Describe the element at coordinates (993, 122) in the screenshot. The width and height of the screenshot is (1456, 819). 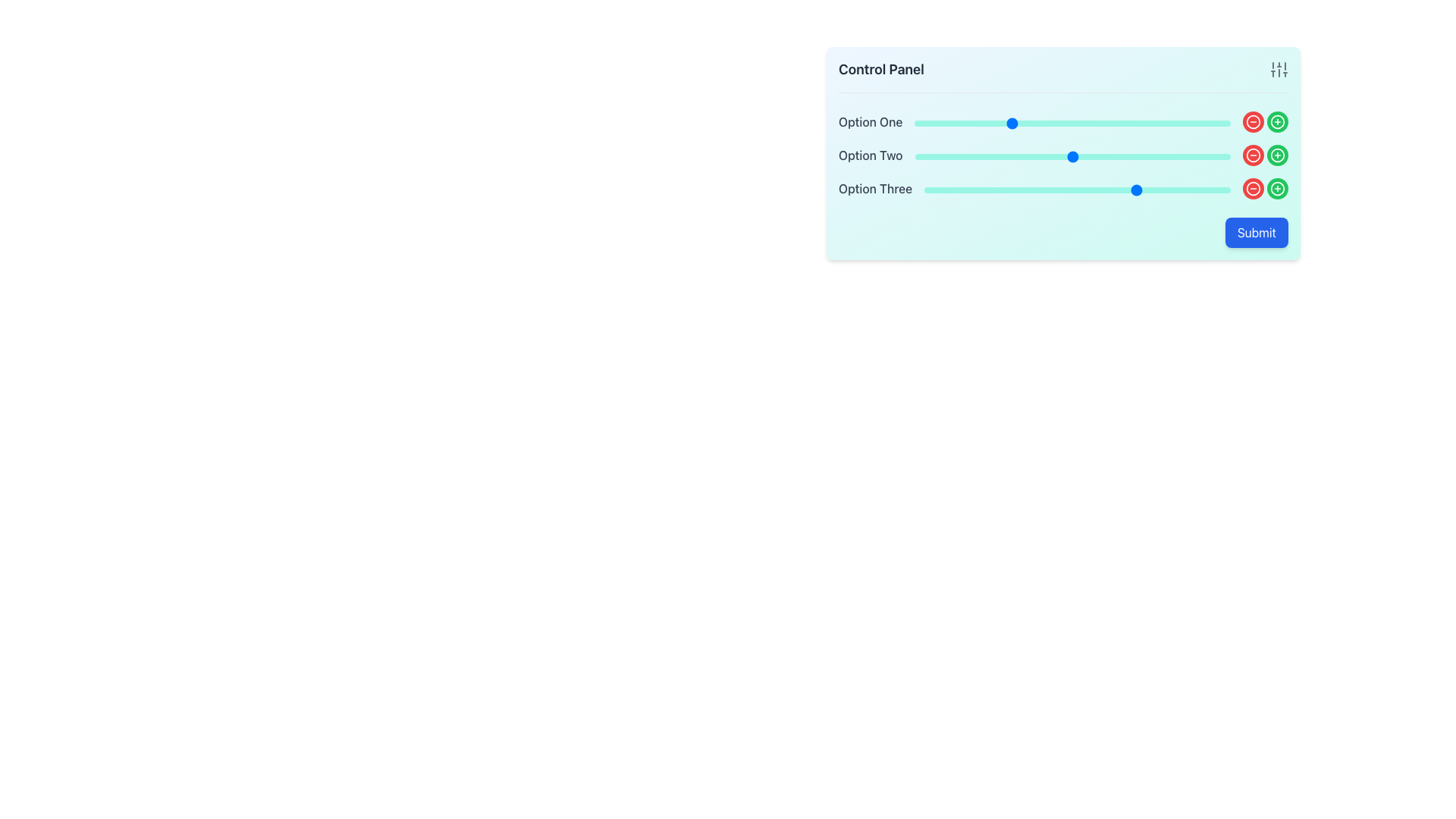
I see `the slider` at that location.